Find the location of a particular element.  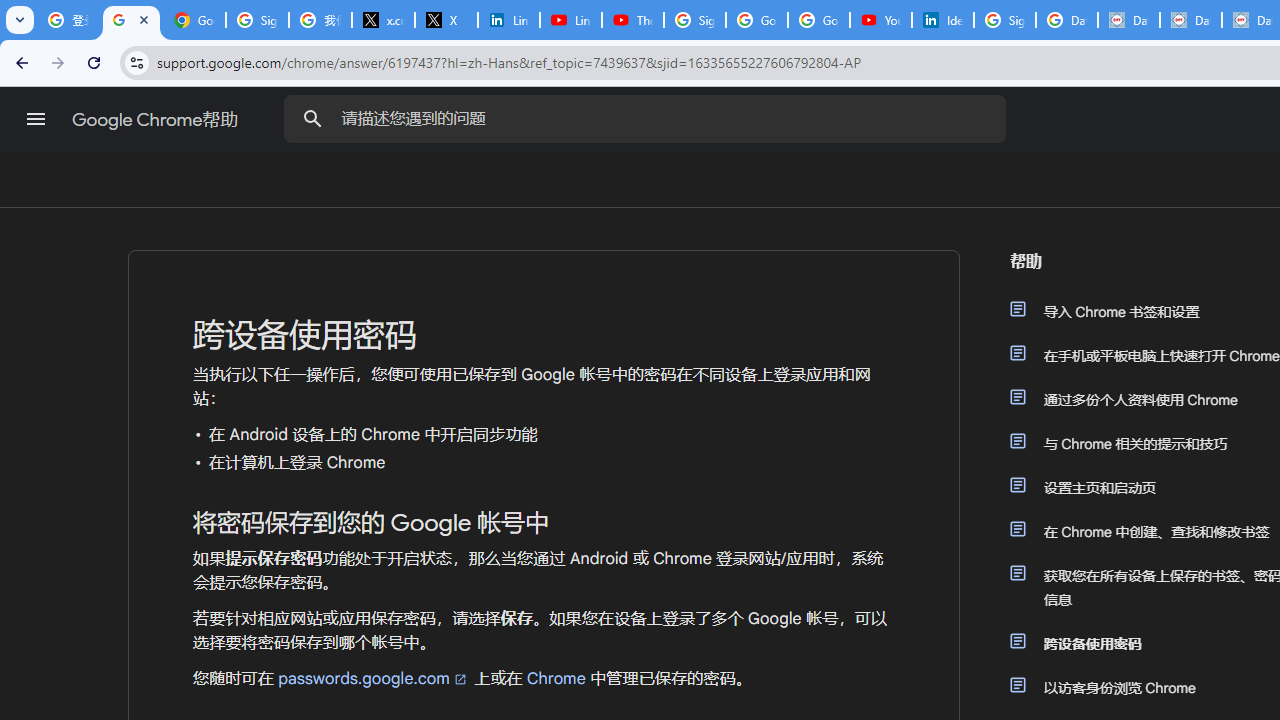

'passwords.google.com' is located at coordinates (373, 677).